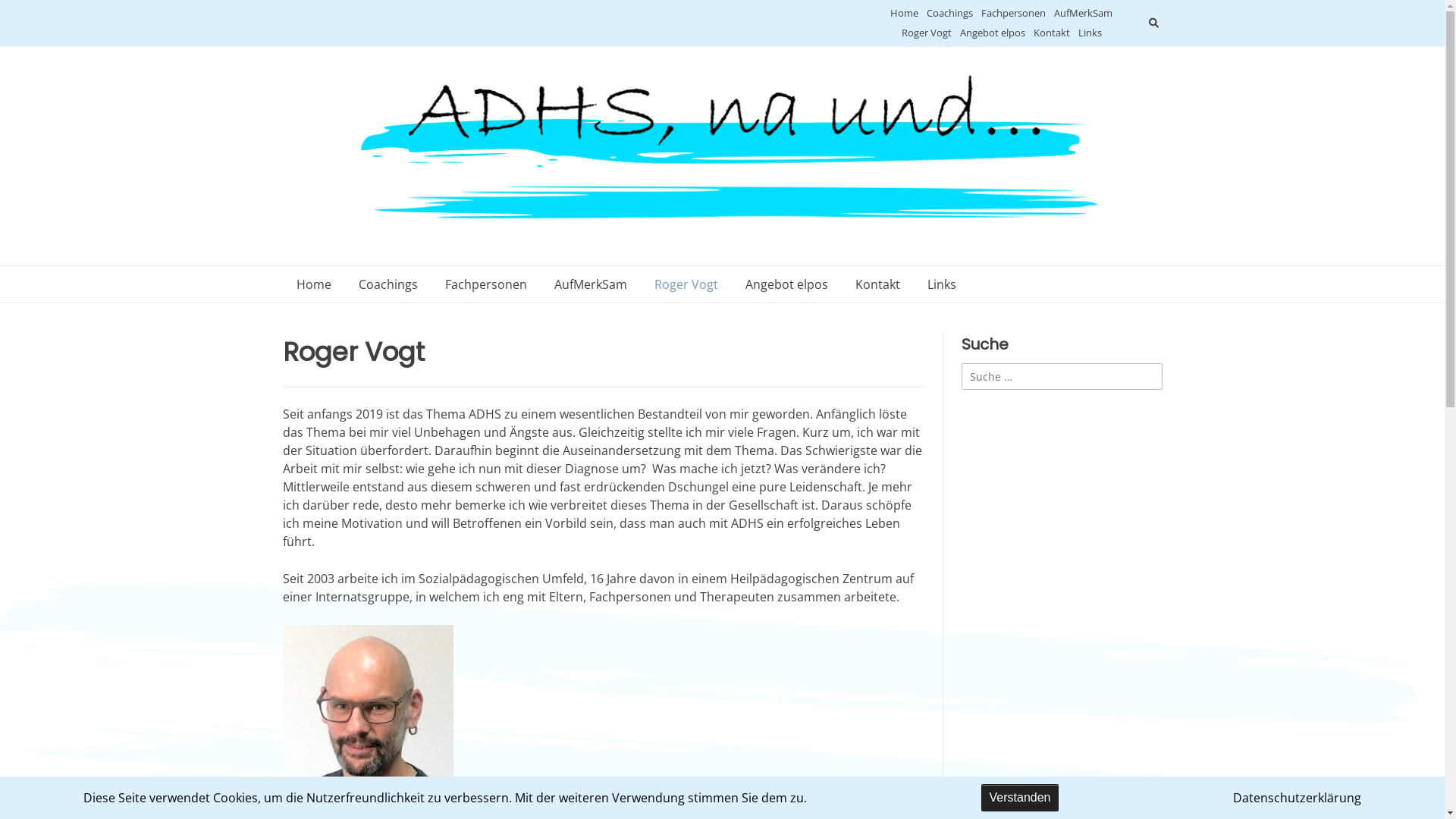 This screenshot has height=819, width=1456. What do you see at coordinates (993, 32) in the screenshot?
I see `'Angebot elpos'` at bounding box center [993, 32].